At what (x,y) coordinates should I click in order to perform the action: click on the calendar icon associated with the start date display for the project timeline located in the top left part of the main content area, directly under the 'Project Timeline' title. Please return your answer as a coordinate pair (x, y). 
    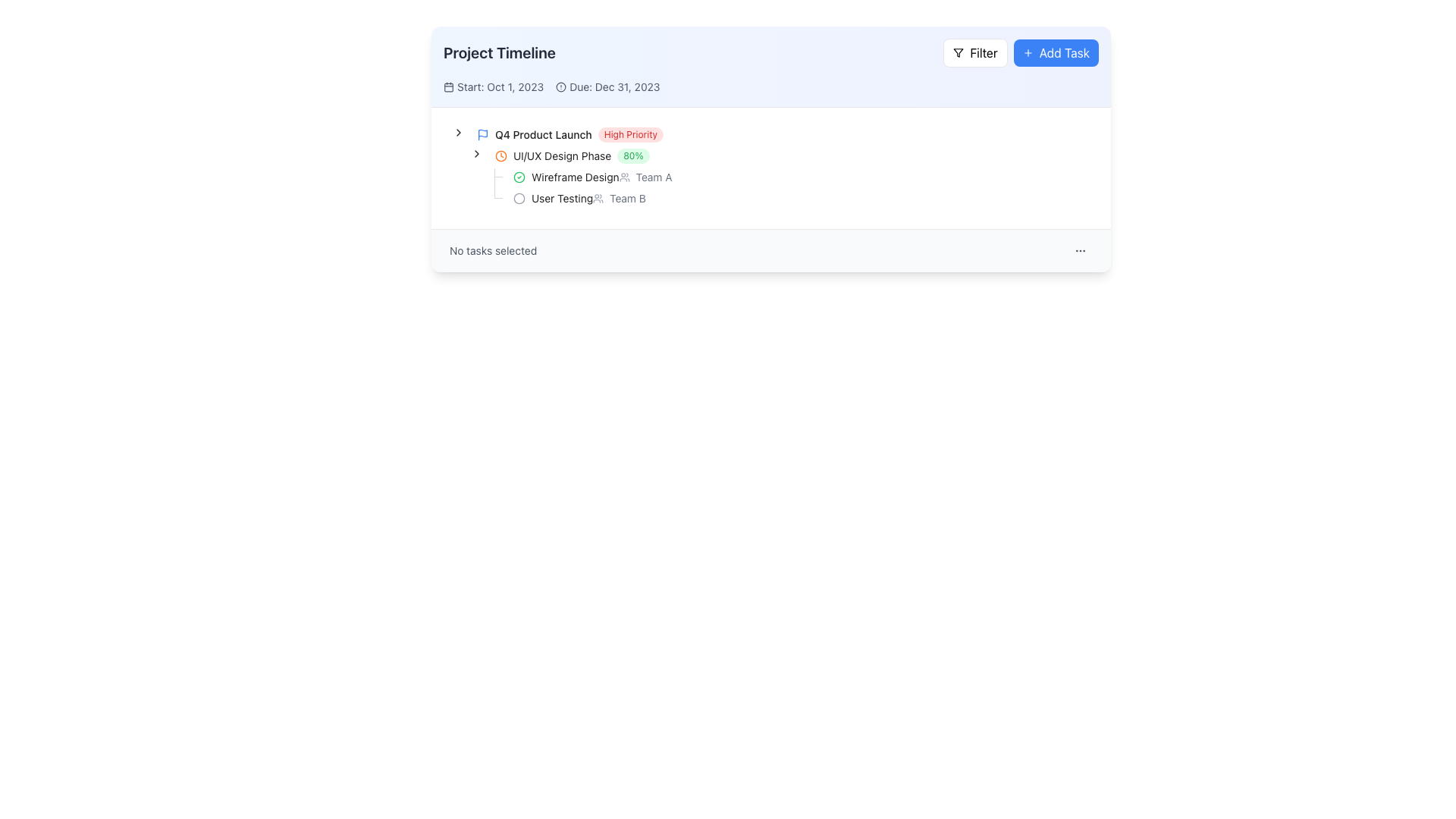
    Looking at the image, I should click on (494, 87).